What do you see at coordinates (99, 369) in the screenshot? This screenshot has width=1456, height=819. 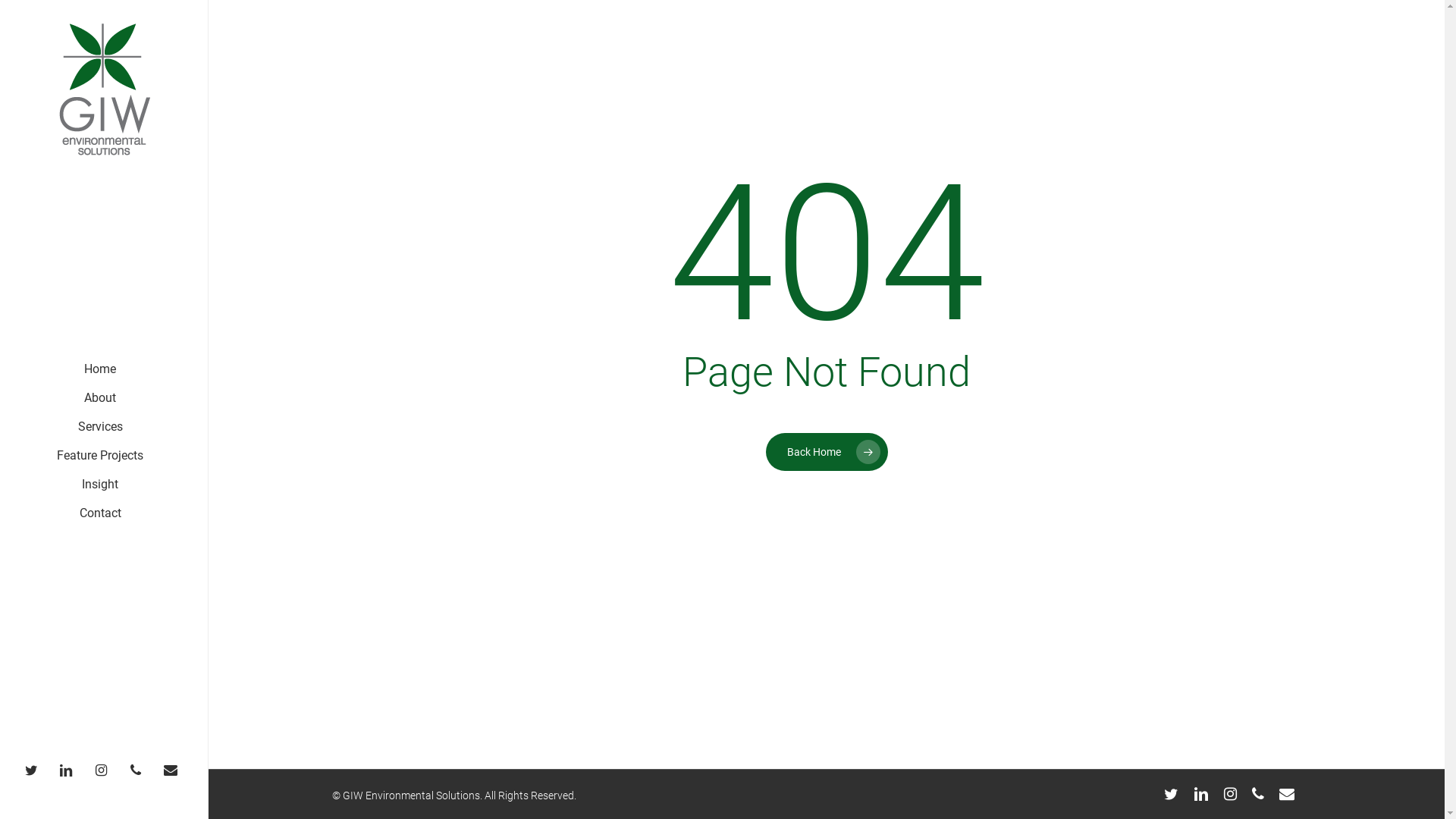 I see `'Home'` at bounding box center [99, 369].